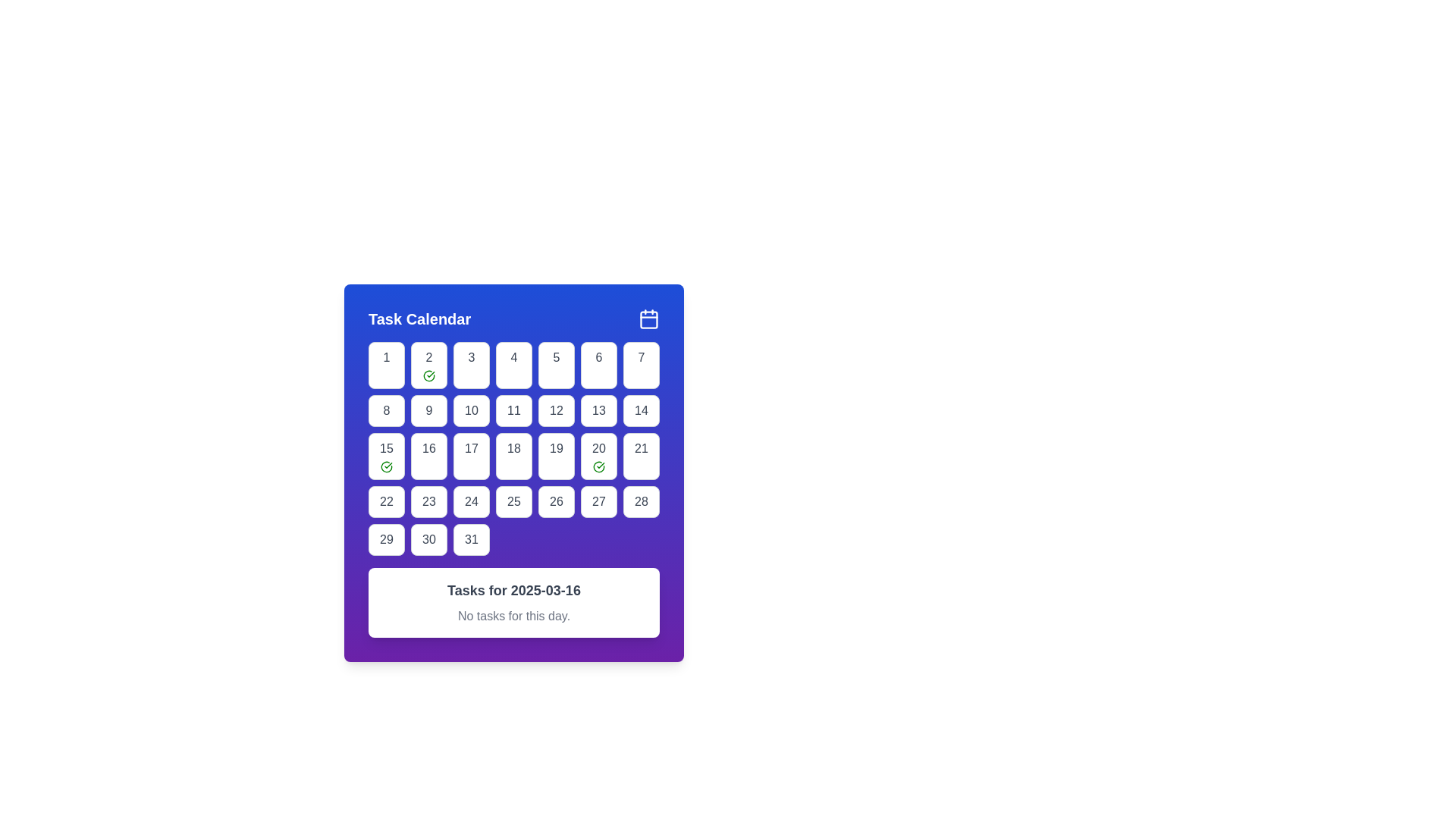  Describe the element at coordinates (428, 539) in the screenshot. I see `the static text element representing the 30th day of the month in the calendar` at that location.